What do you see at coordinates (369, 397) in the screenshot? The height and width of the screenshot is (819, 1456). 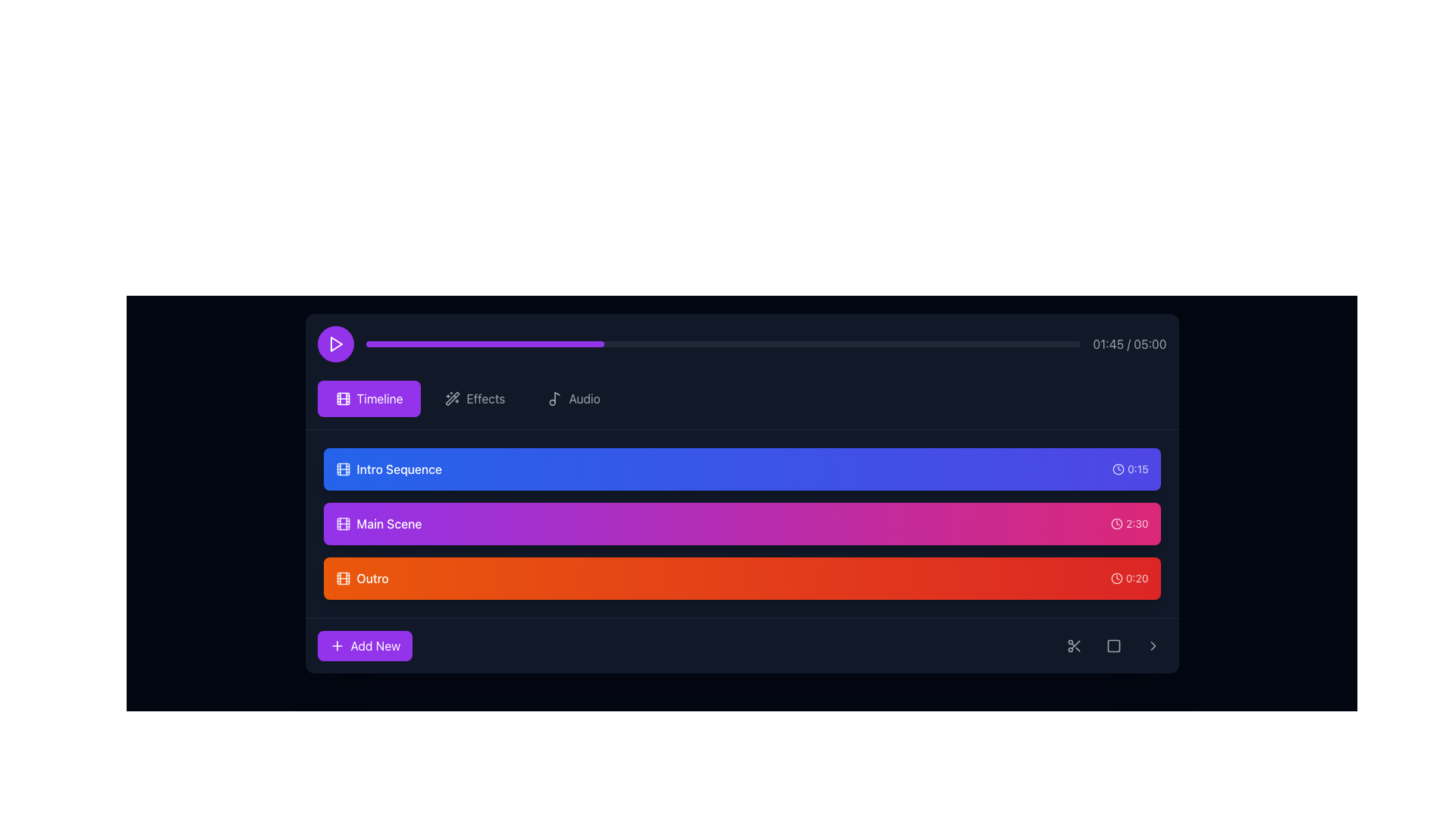 I see `the 'Timeline' button, which is a rectangular button with rounded corners, purple background, and a white film reel icon on the left, located at the leftmost side of the navigation bar near the top of the sidebar` at bounding box center [369, 397].